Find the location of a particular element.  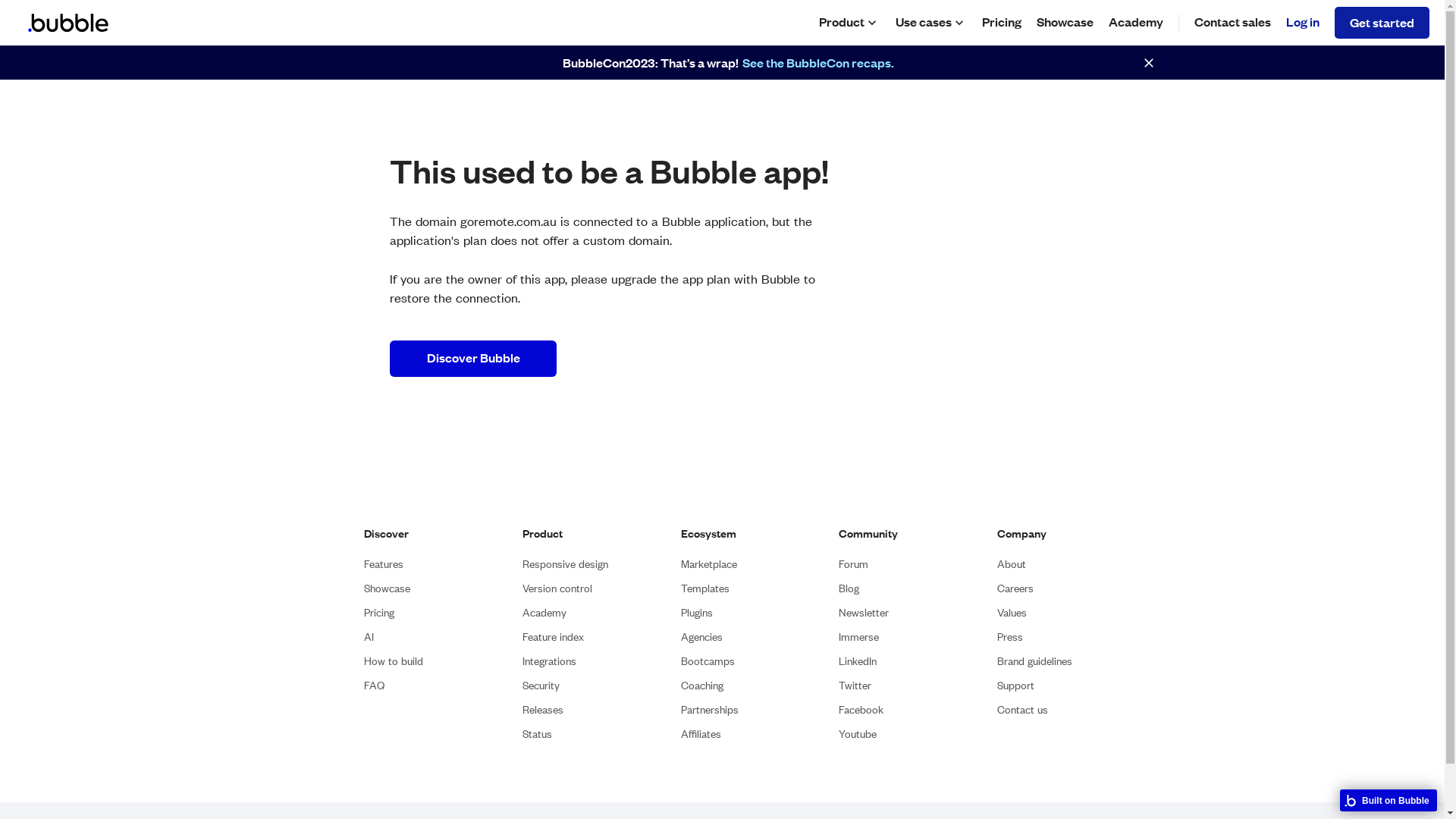

'Careers' is located at coordinates (1015, 587).